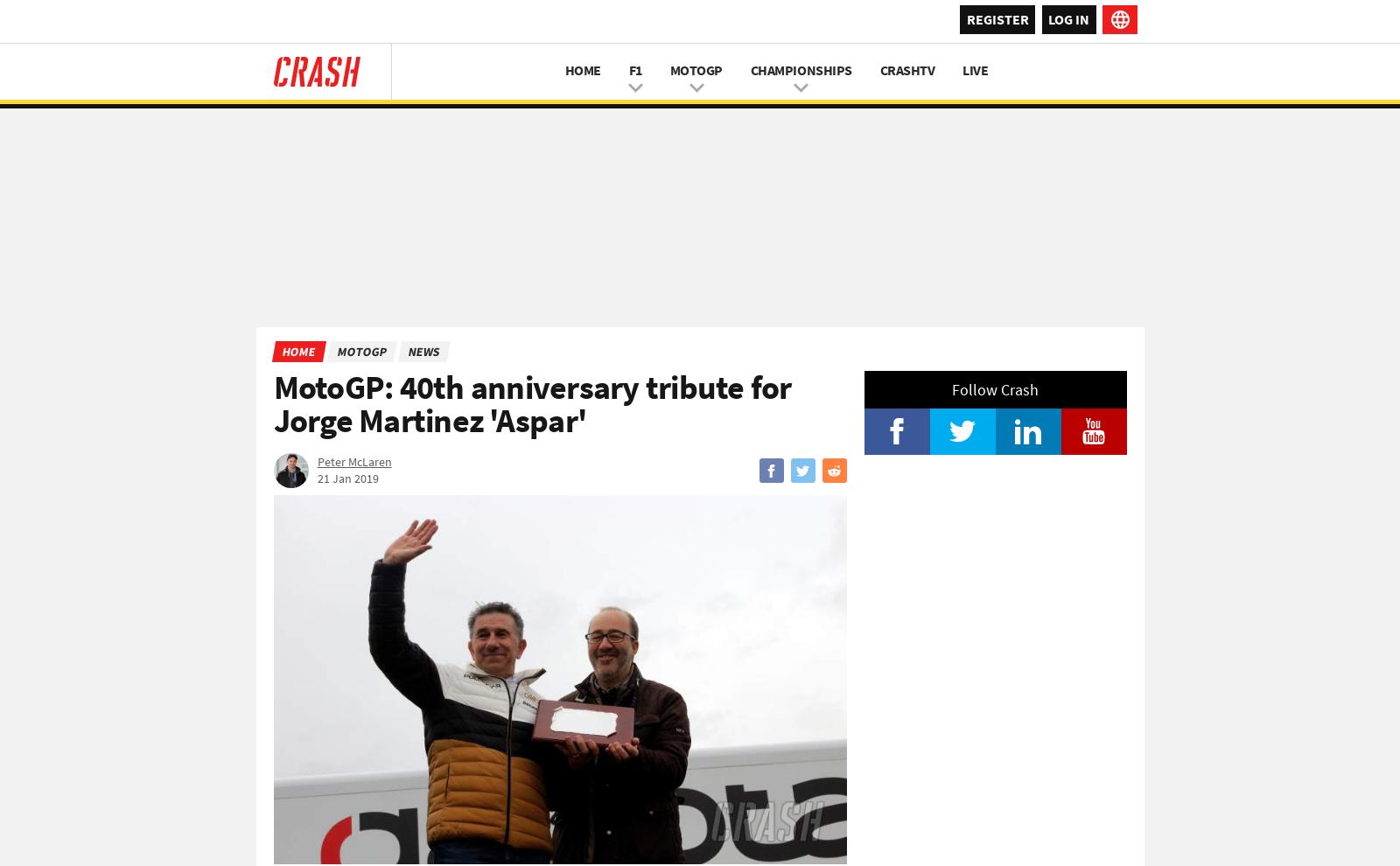 The width and height of the screenshot is (1400, 866). I want to click on 'MotoGP', so click(360, 351).